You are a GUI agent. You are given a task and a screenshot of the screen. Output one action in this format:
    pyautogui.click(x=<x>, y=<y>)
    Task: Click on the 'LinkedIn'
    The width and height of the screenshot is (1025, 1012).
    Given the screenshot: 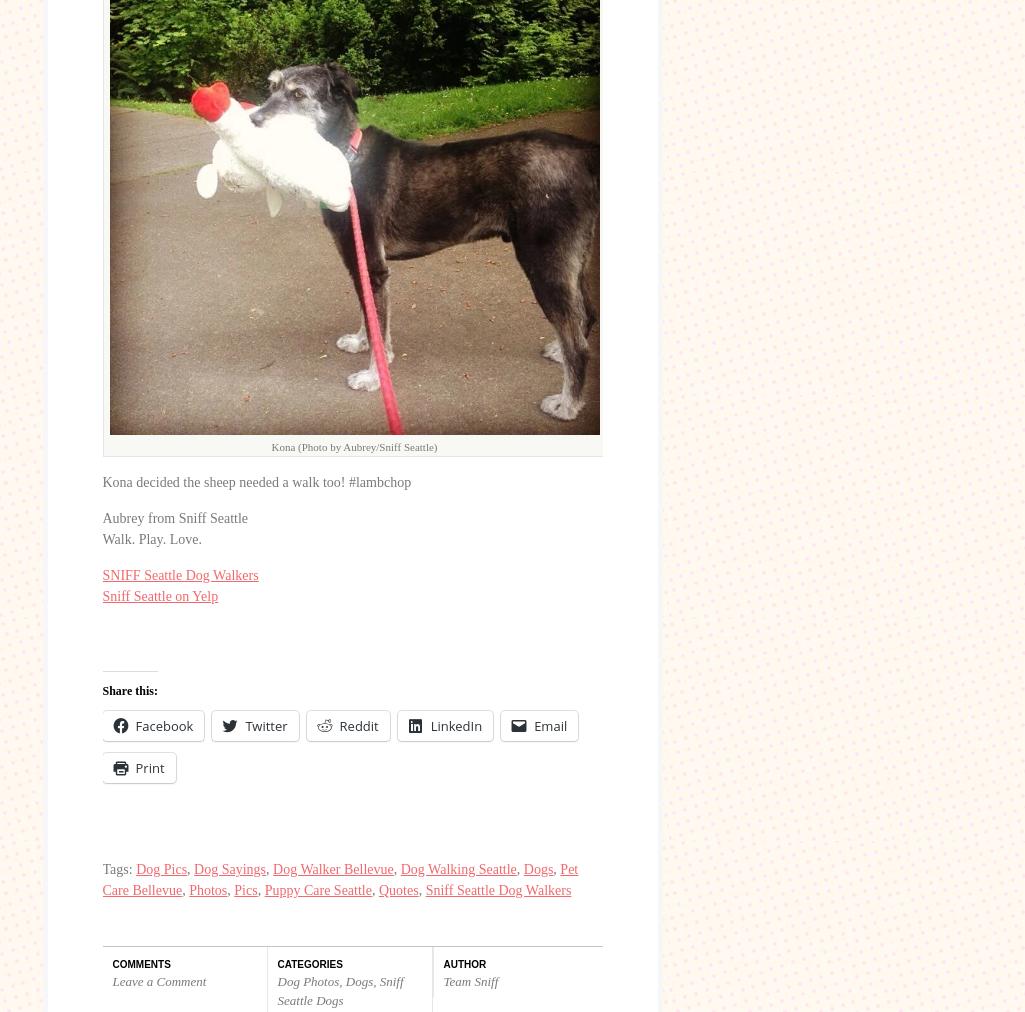 What is the action you would take?
    pyautogui.click(x=455, y=724)
    